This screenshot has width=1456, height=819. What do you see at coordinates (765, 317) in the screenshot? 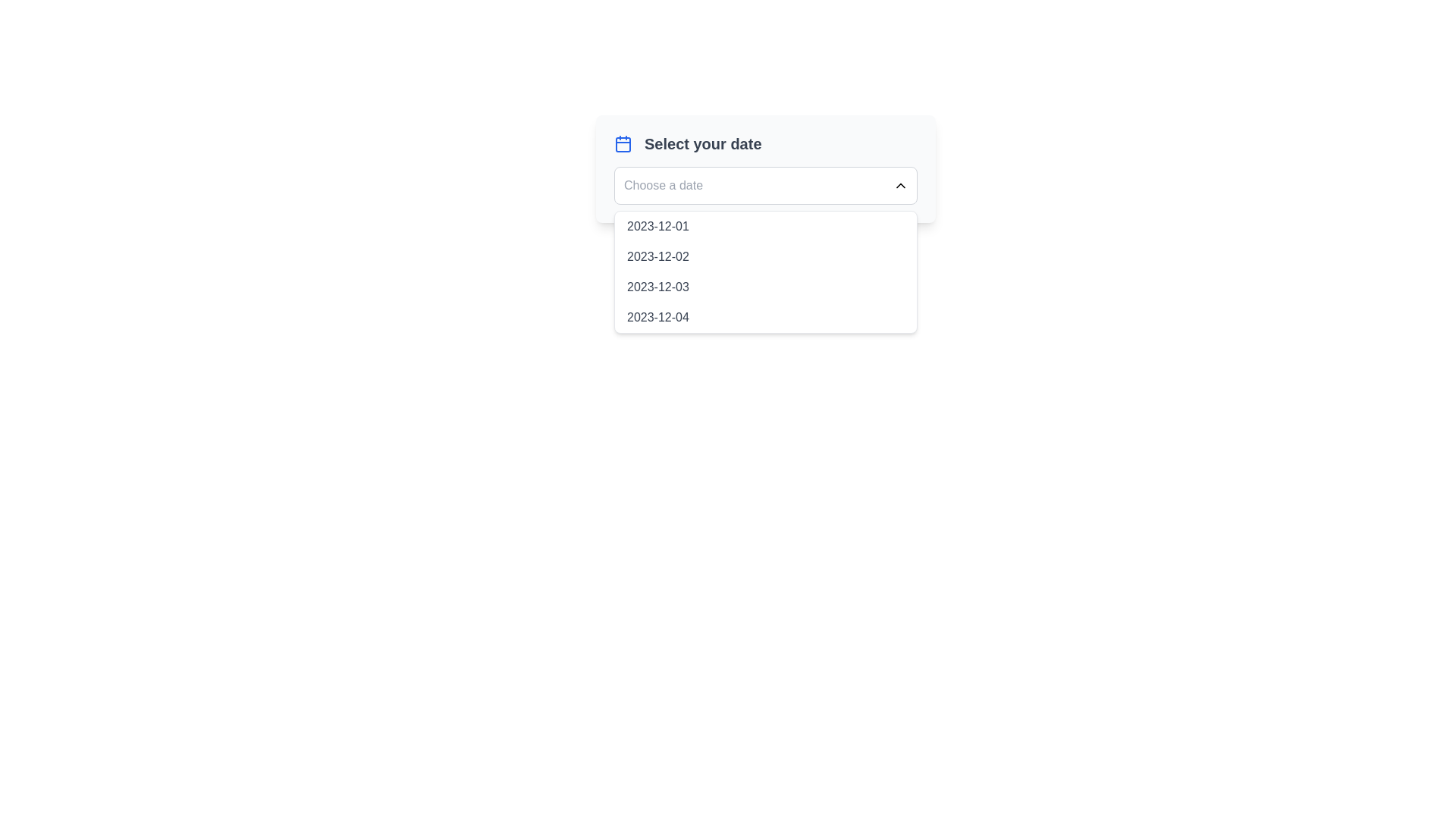
I see `the dropdown menu item for the date '2023-12-04'` at bounding box center [765, 317].